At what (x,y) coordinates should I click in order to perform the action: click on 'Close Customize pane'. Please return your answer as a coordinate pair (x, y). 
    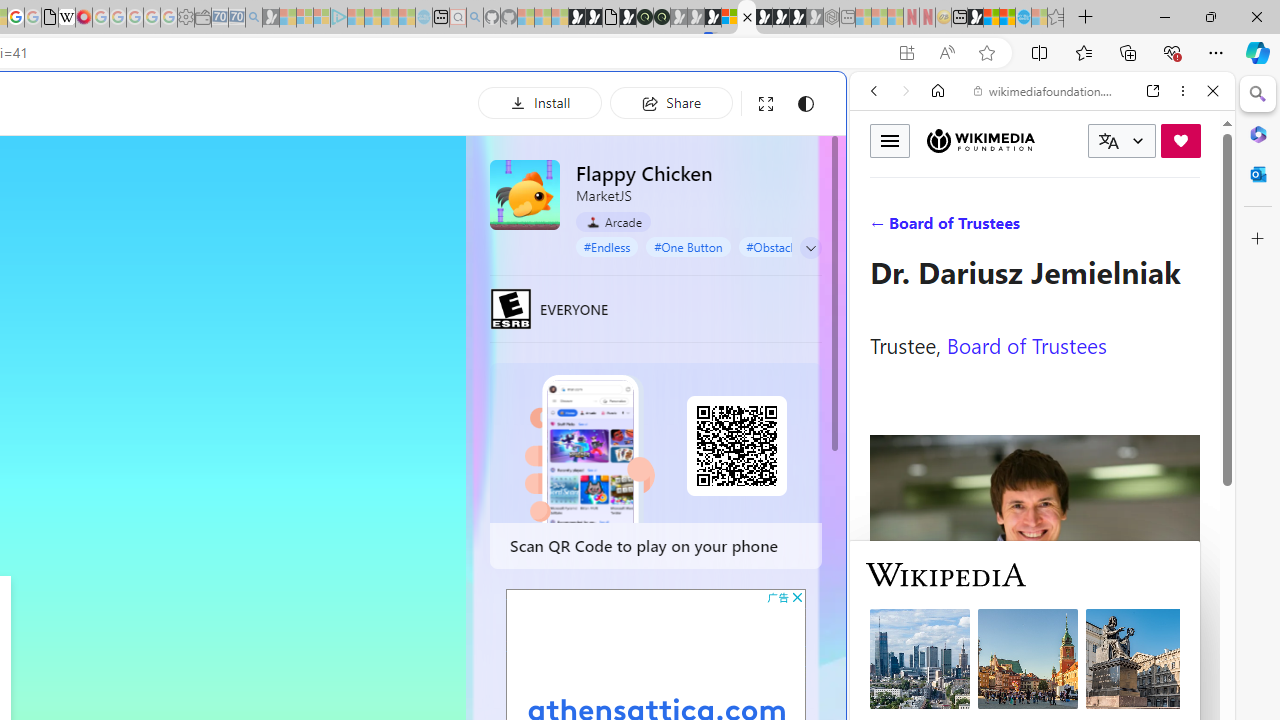
    Looking at the image, I should click on (1257, 238).